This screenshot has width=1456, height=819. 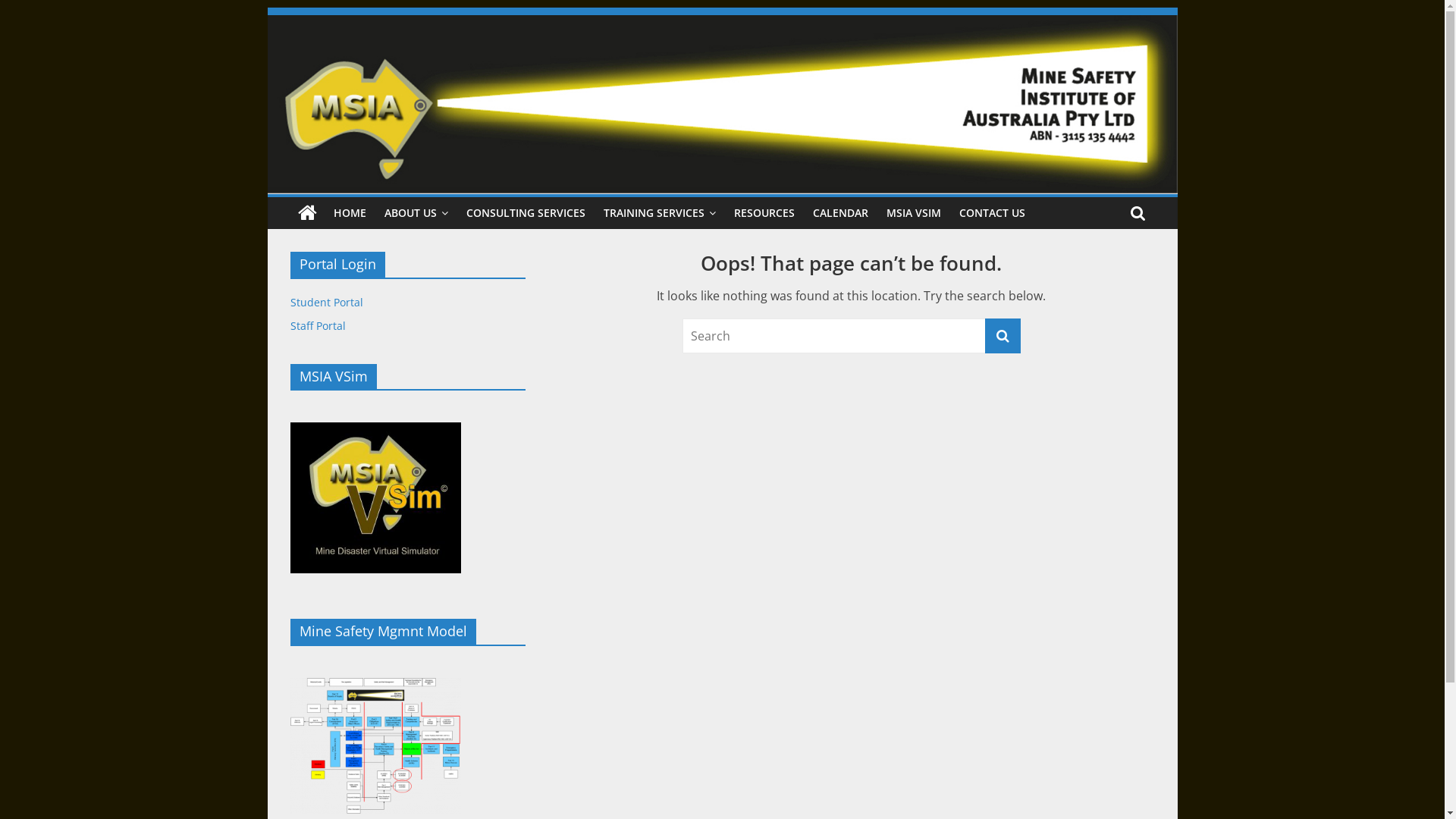 I want to click on 'Mine Safety Institute of Australia', so click(x=290, y=114).